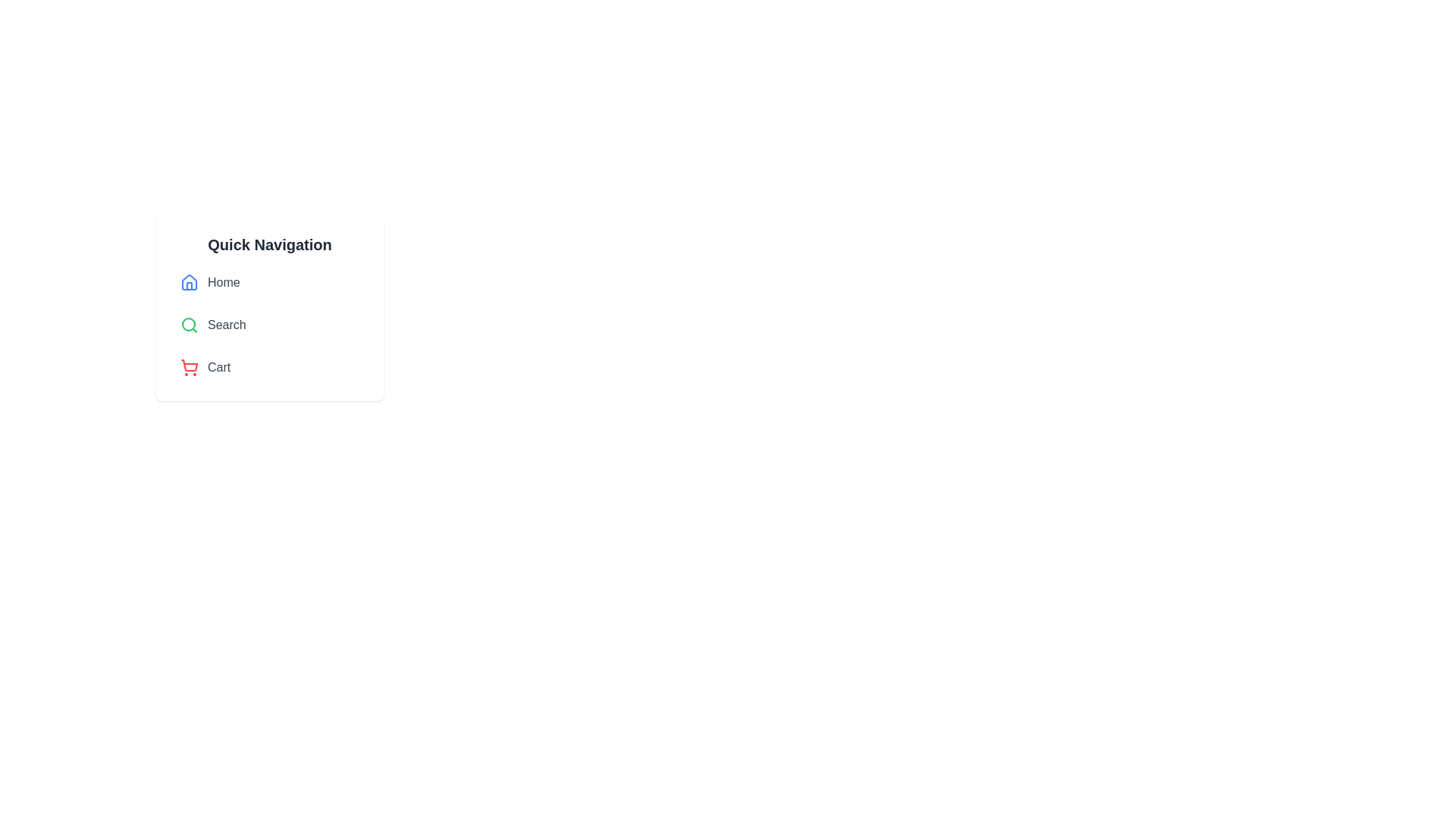 This screenshot has width=1456, height=819. I want to click on the 'Cart' hyperlink in the navigation menu to change its text color to red, so click(218, 368).